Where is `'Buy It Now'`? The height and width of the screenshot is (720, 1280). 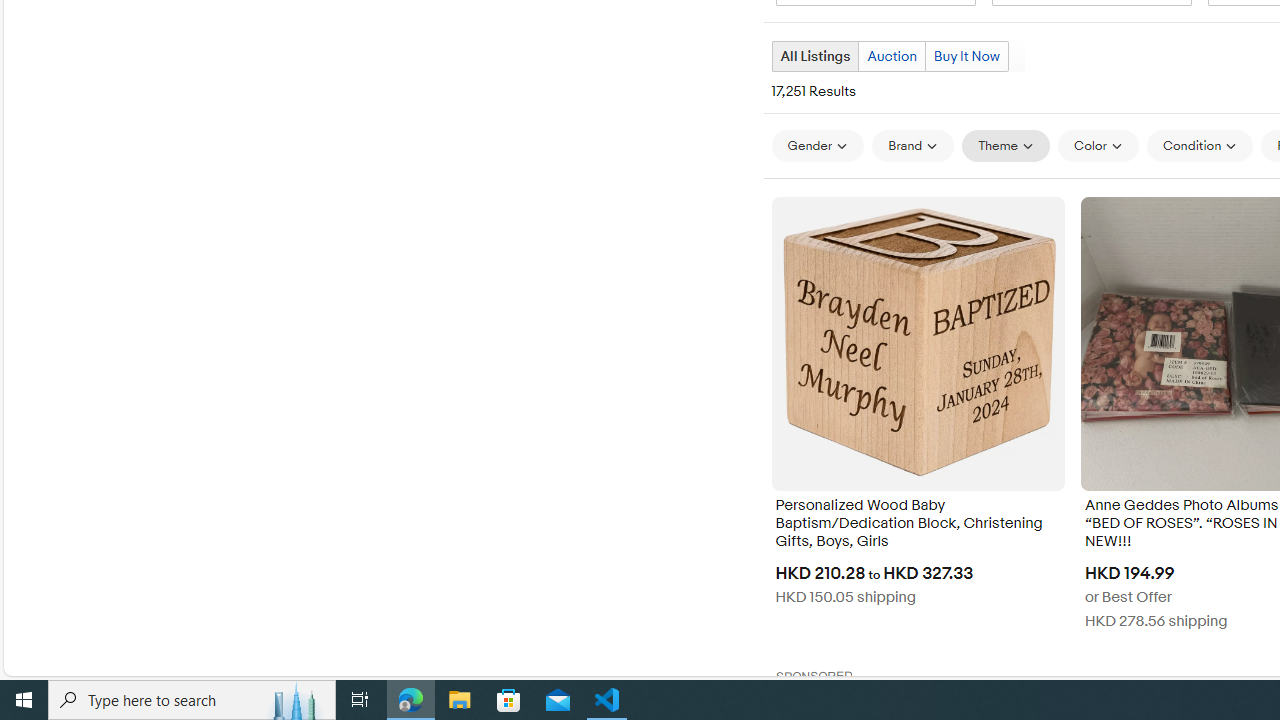 'Buy It Now' is located at coordinates (967, 55).